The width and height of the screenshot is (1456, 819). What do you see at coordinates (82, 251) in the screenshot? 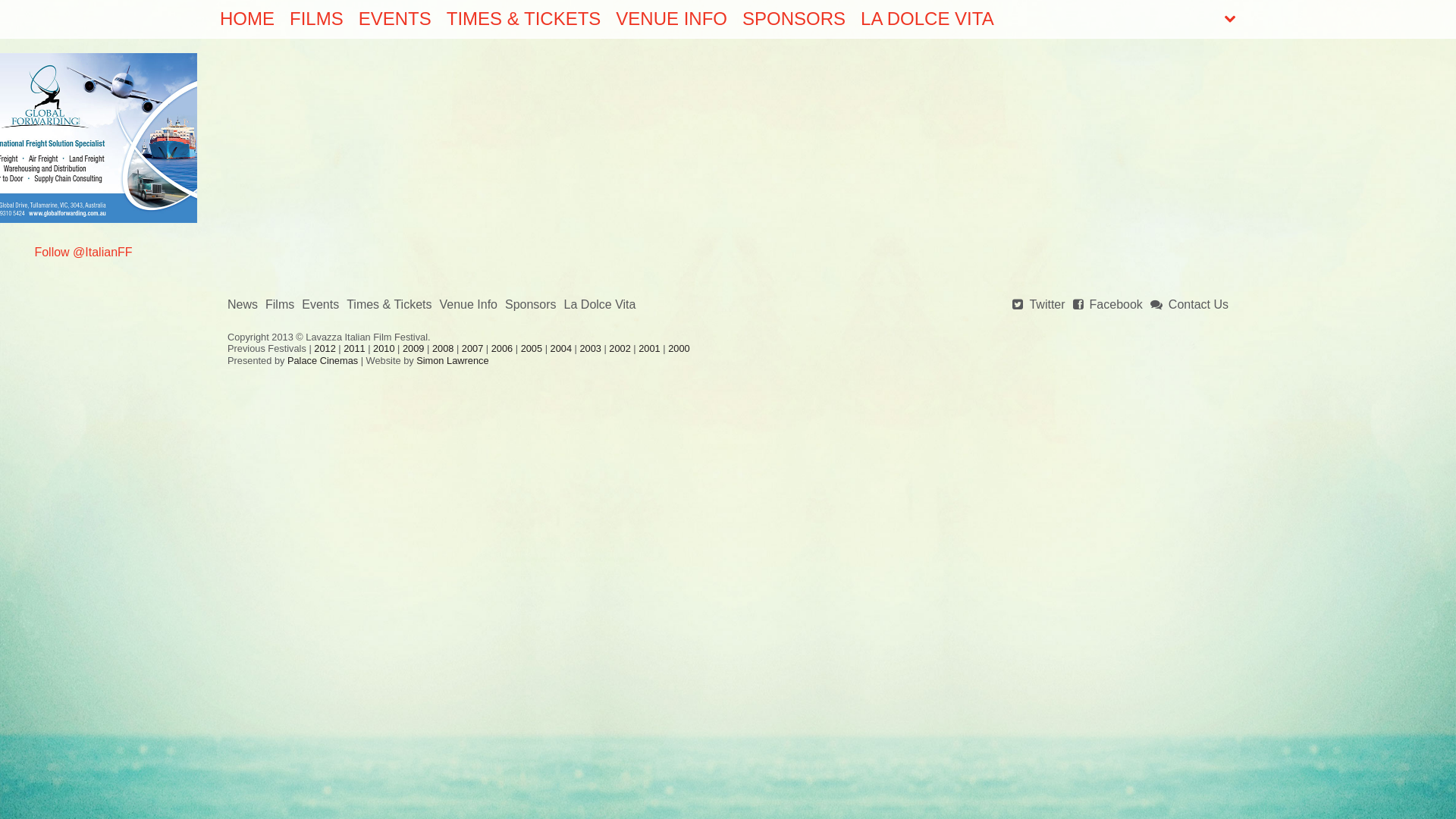
I see `'Follow @ItalianFF'` at bounding box center [82, 251].